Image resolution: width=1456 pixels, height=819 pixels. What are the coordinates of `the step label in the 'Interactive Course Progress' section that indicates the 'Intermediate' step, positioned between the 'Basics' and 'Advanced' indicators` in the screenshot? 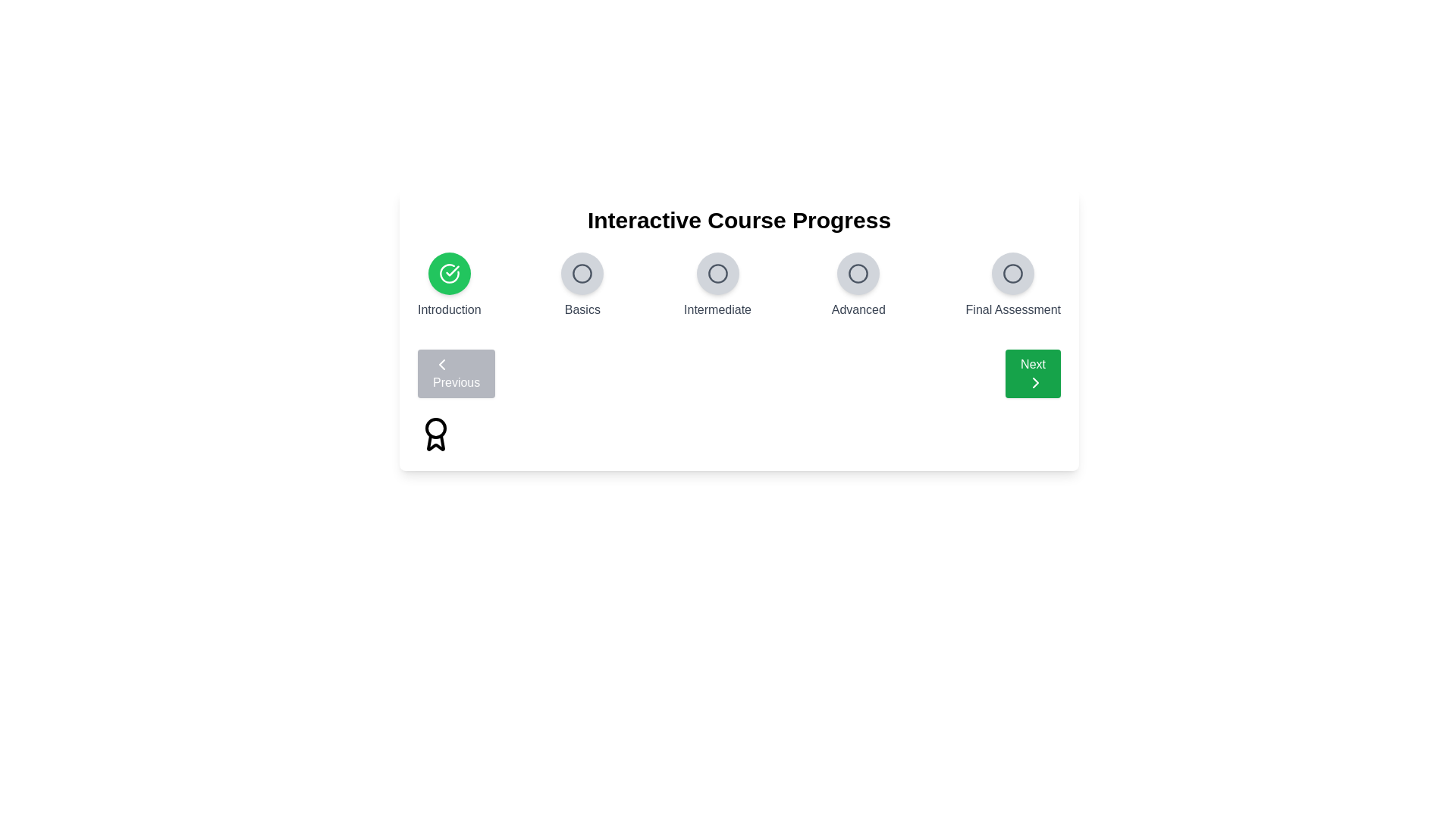 It's located at (717, 309).